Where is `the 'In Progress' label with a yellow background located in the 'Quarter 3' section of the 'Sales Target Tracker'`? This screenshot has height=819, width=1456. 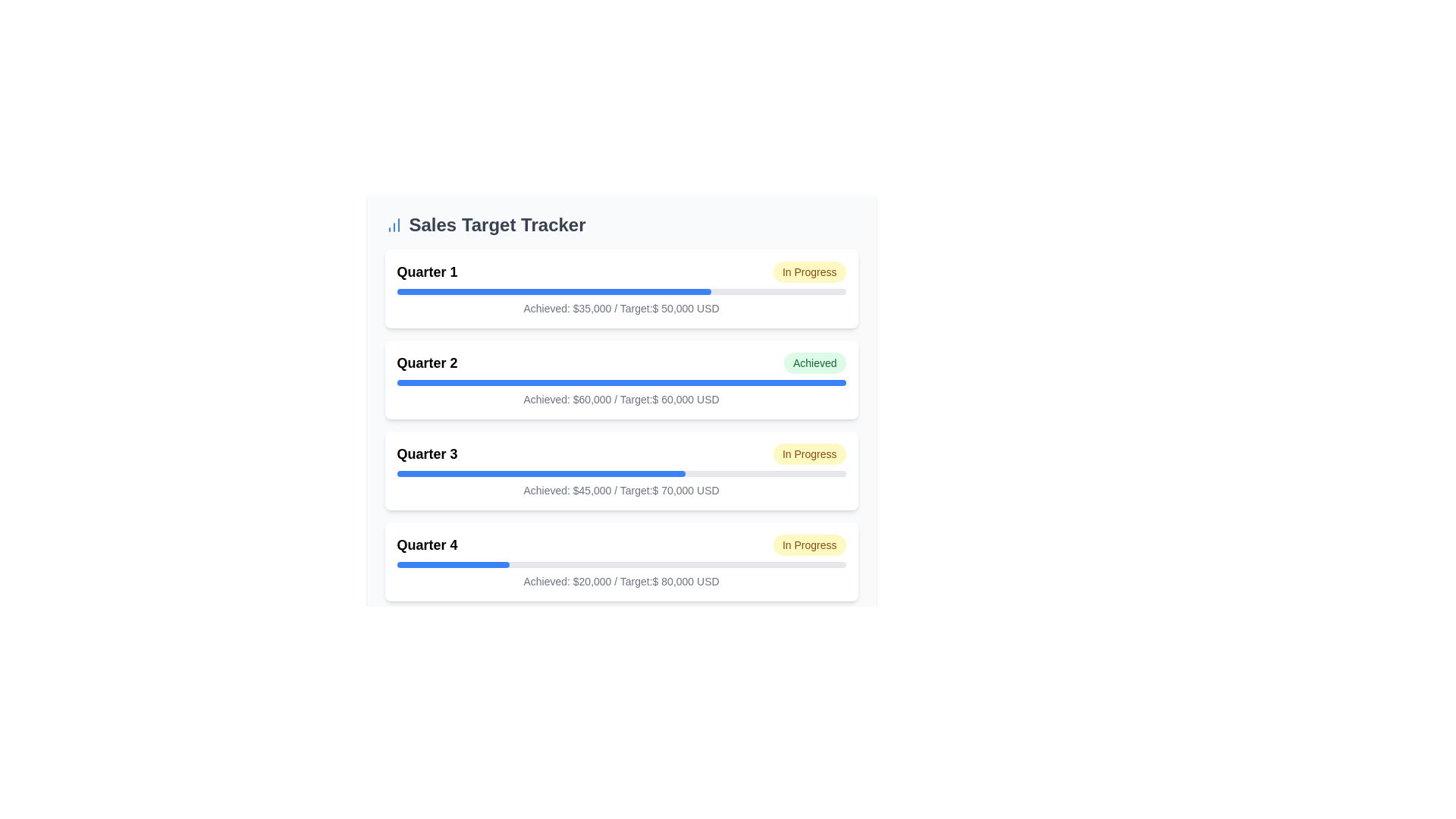
the 'In Progress' label with a yellow background located in the 'Quarter 3' section of the 'Sales Target Tracker' is located at coordinates (808, 453).